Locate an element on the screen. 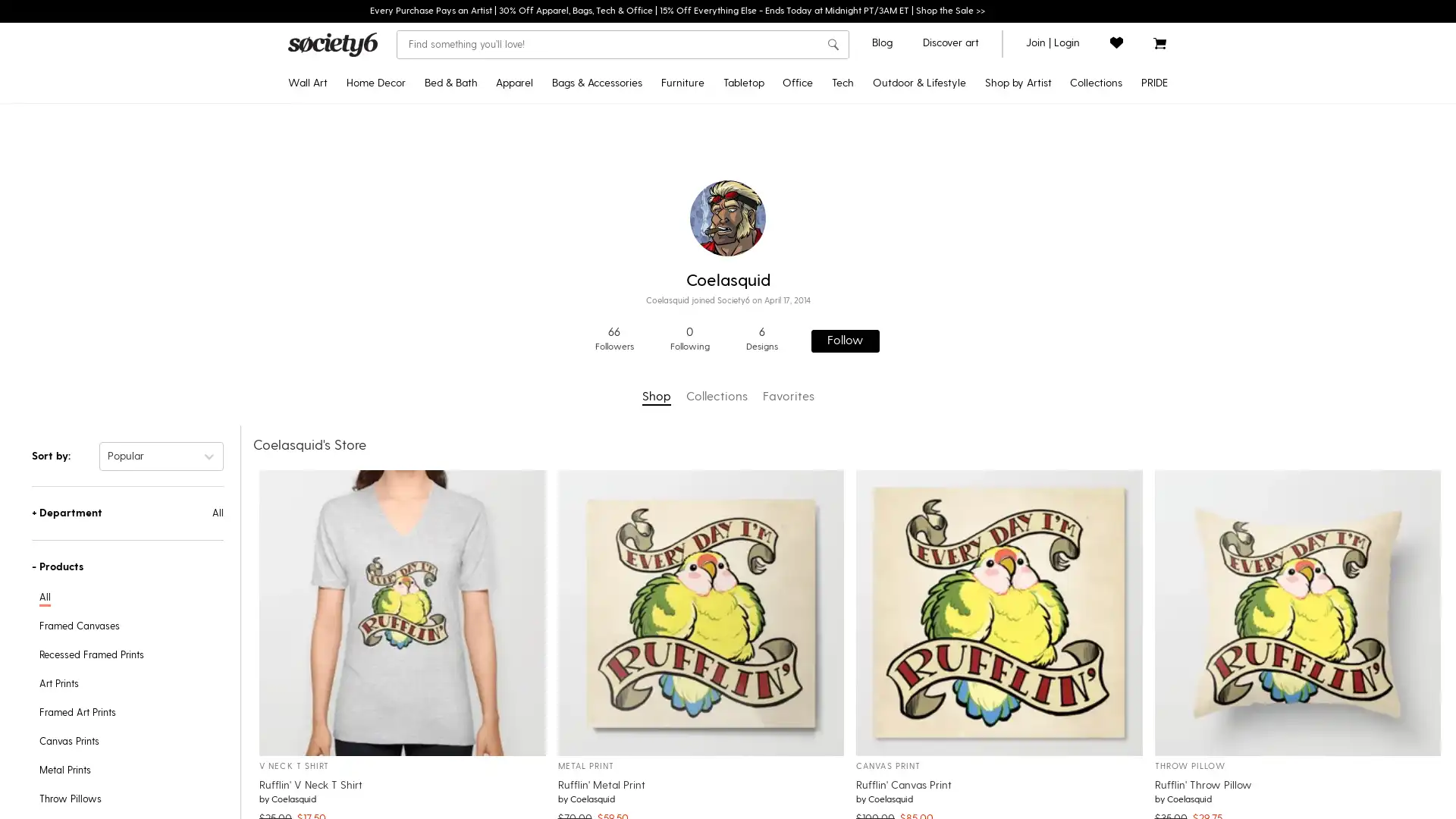 Image resolution: width=1456 pixels, height=819 pixels. Placemats is located at coordinates (771, 219).